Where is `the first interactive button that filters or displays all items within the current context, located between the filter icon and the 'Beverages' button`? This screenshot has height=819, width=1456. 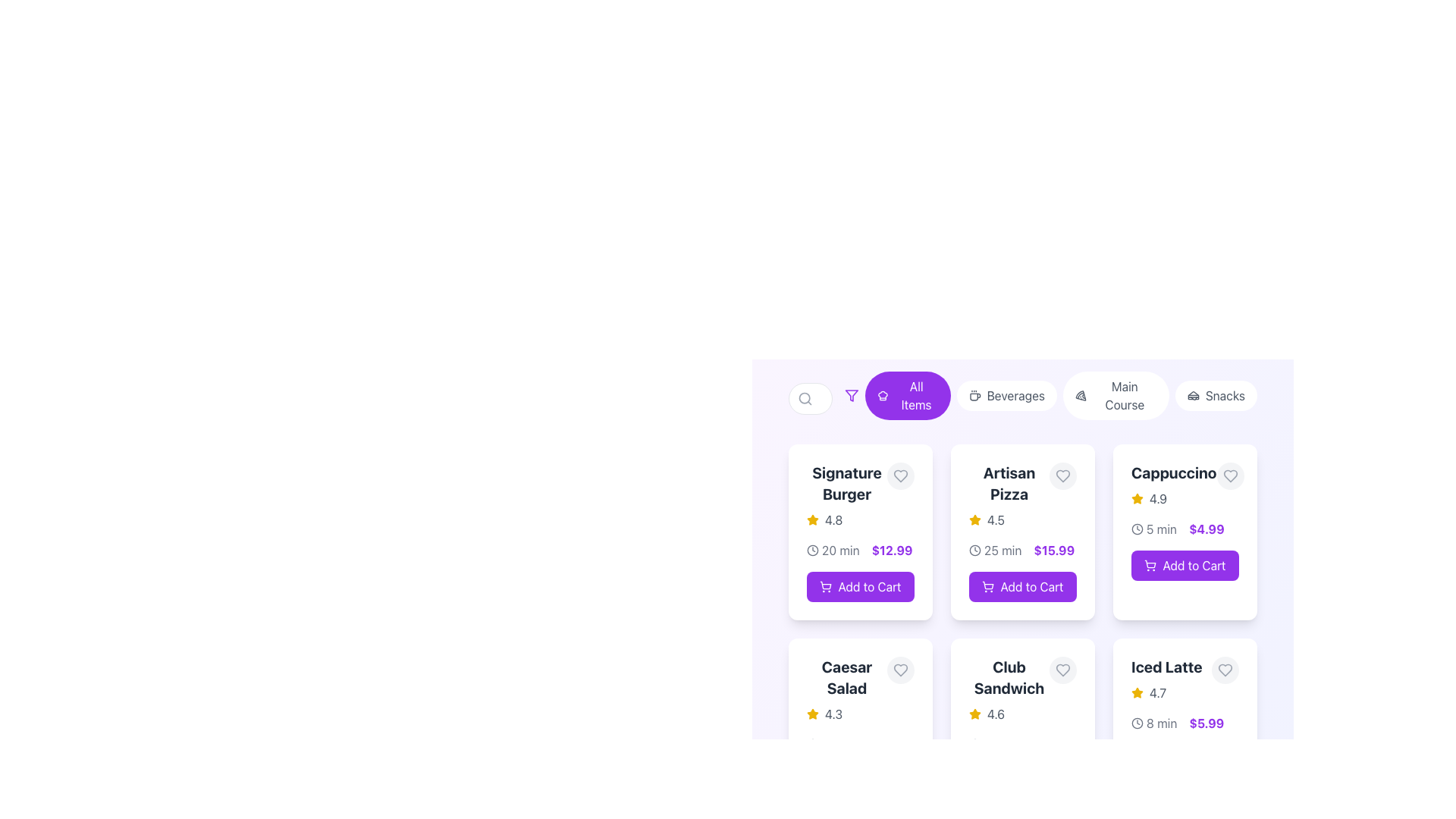 the first interactive button that filters or displays all items within the current context, located between the filter icon and the 'Beverages' button is located at coordinates (908, 394).